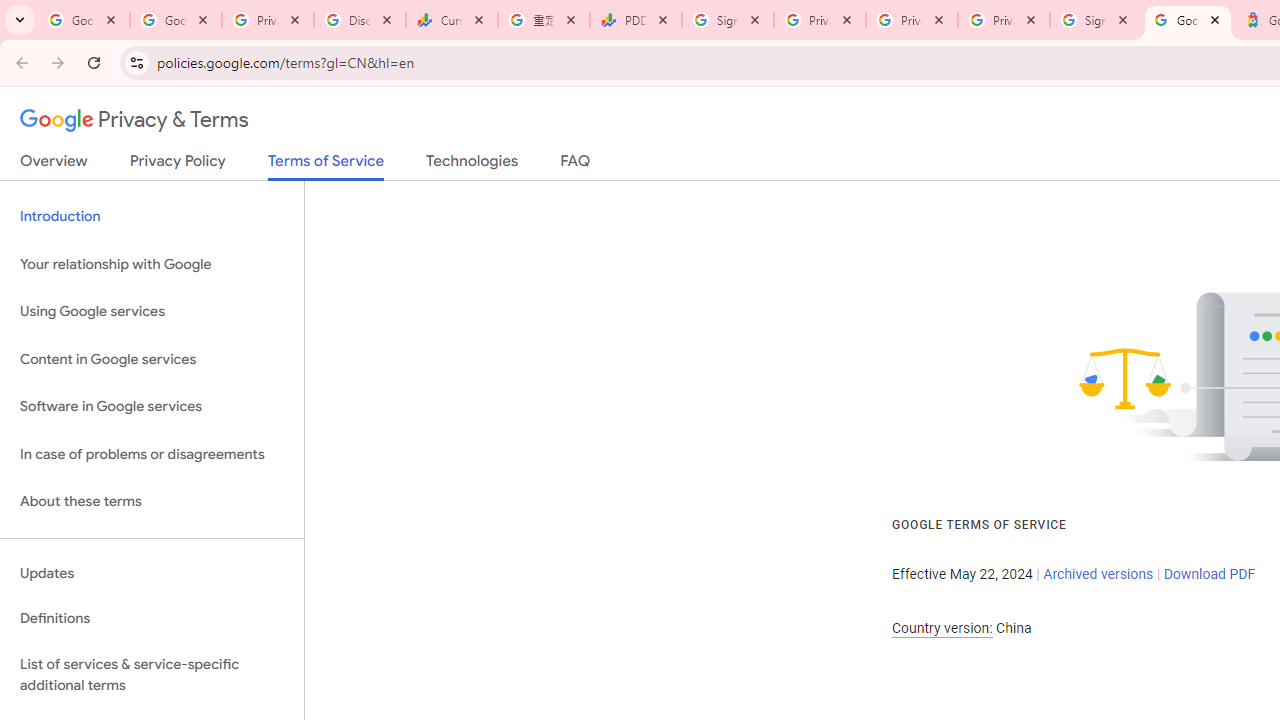 The image size is (1280, 720). What do you see at coordinates (151, 573) in the screenshot?
I see `'Updates'` at bounding box center [151, 573].